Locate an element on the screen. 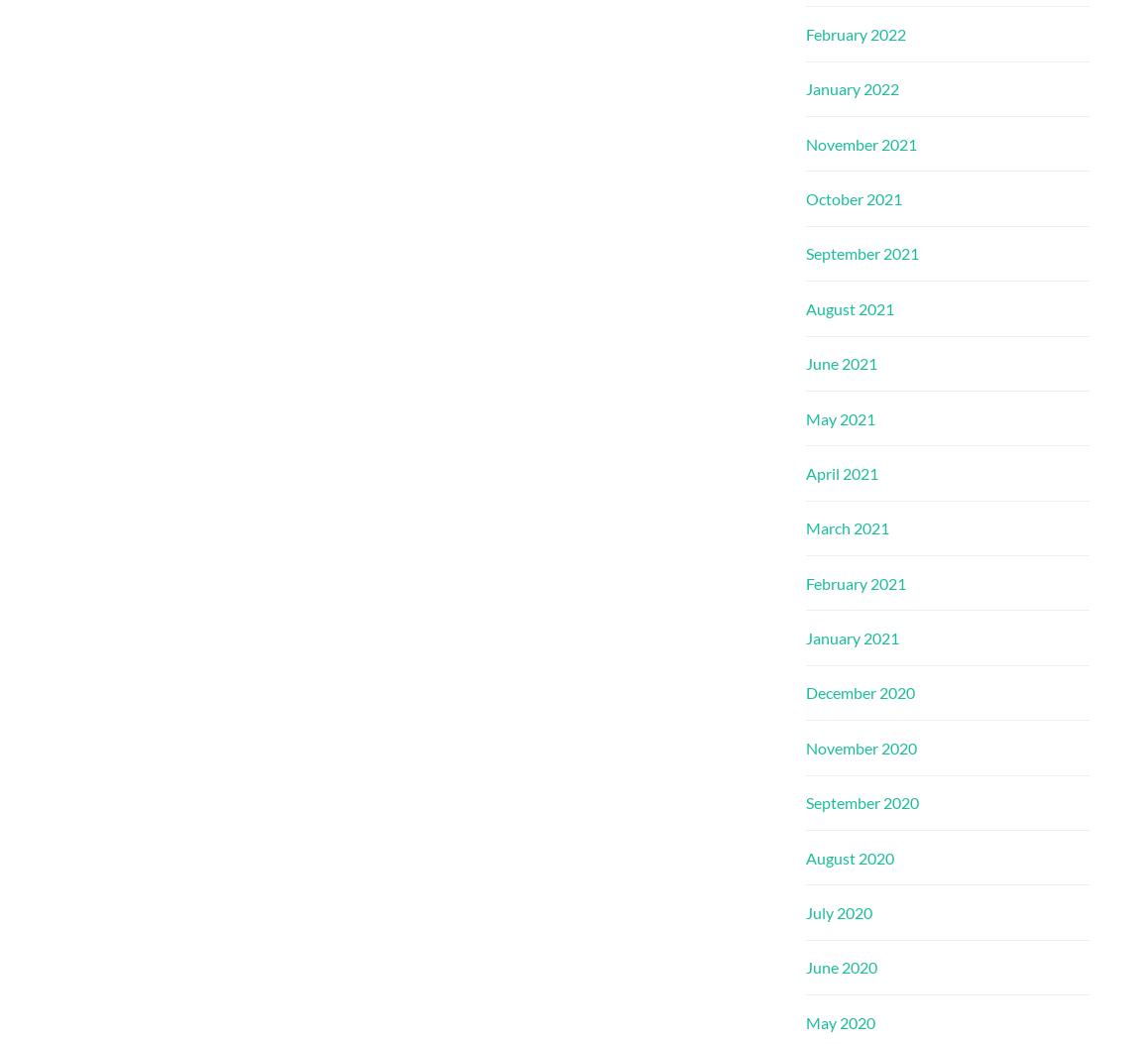 This screenshot has height=1044, width=1148. 'February 2021' is located at coordinates (805, 582).